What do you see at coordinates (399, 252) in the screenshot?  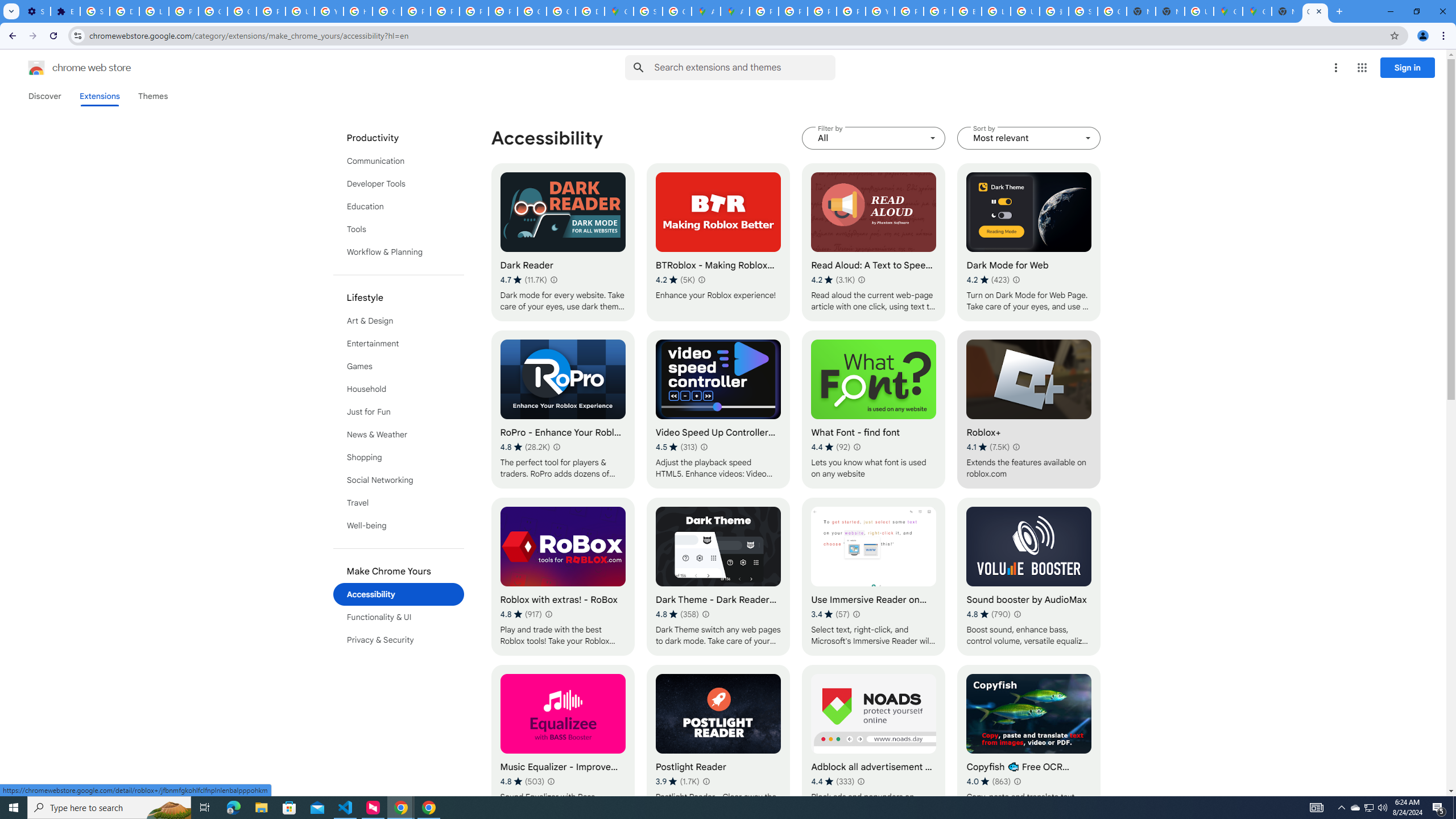 I see `'Workflow & Planning'` at bounding box center [399, 252].